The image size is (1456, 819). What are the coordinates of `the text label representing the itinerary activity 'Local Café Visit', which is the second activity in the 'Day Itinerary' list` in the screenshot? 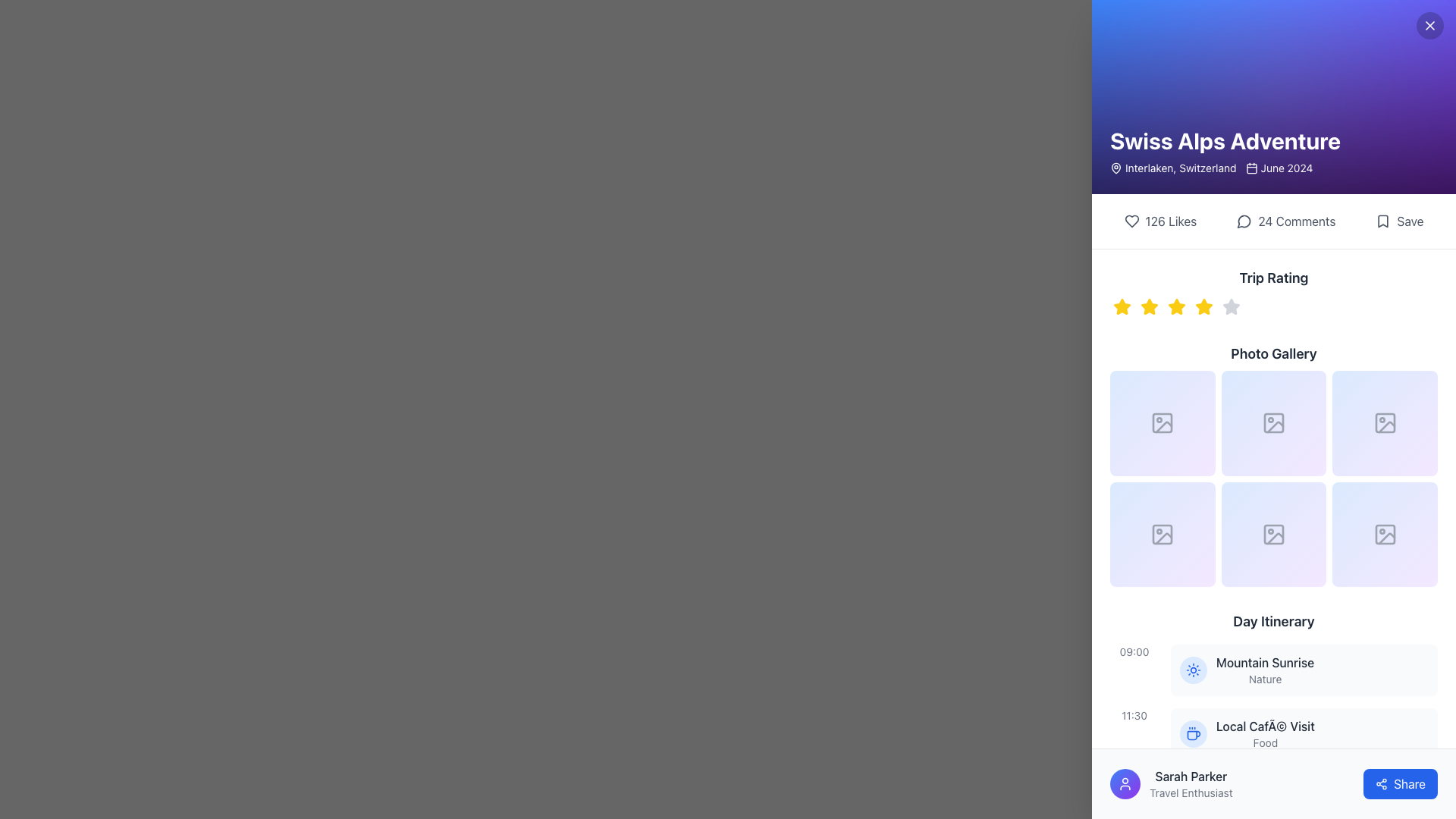 It's located at (1265, 726).